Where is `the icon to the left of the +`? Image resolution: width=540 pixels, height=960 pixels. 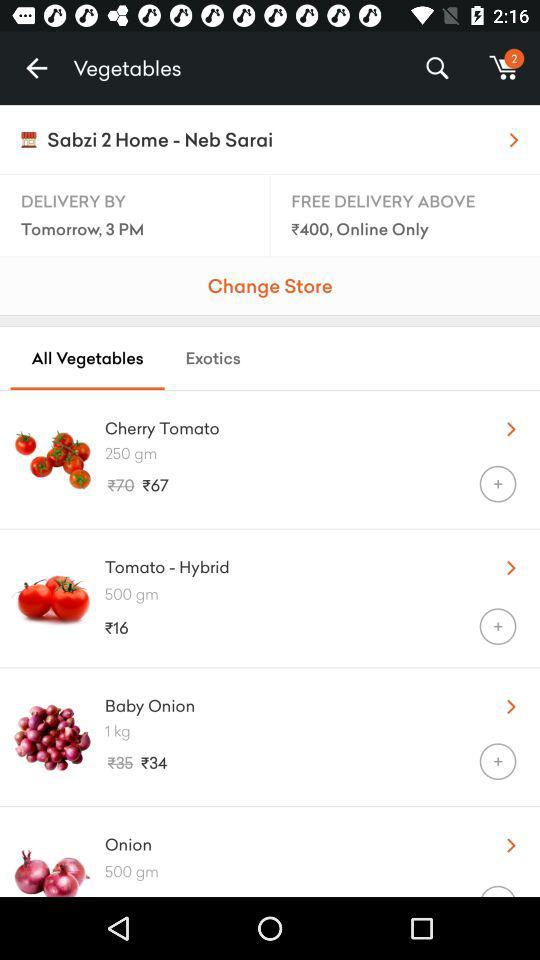
the icon to the left of the + is located at coordinates (268, 890).